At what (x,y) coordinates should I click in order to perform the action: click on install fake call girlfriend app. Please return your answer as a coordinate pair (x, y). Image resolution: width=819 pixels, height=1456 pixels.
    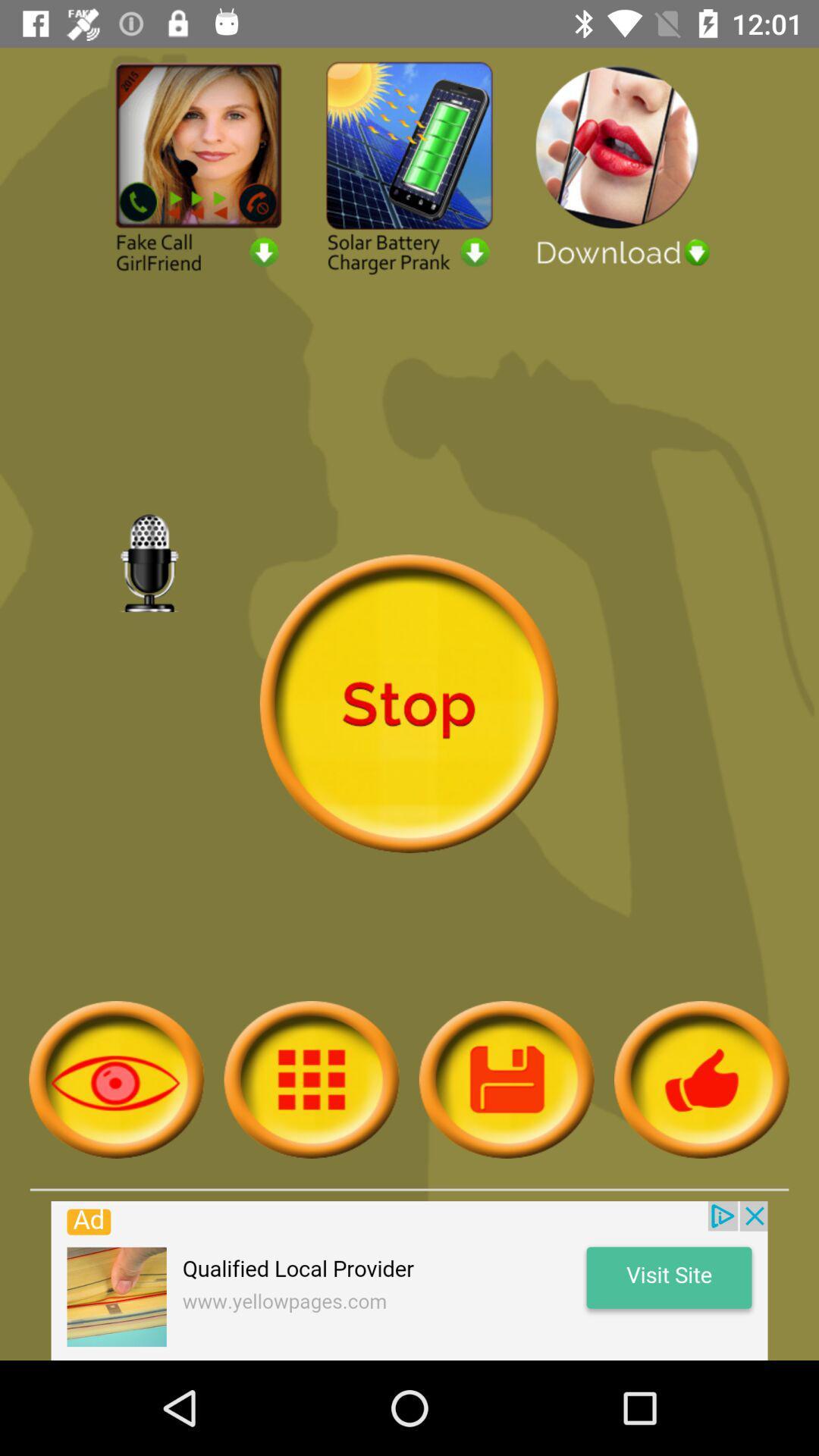
    Looking at the image, I should click on (198, 166).